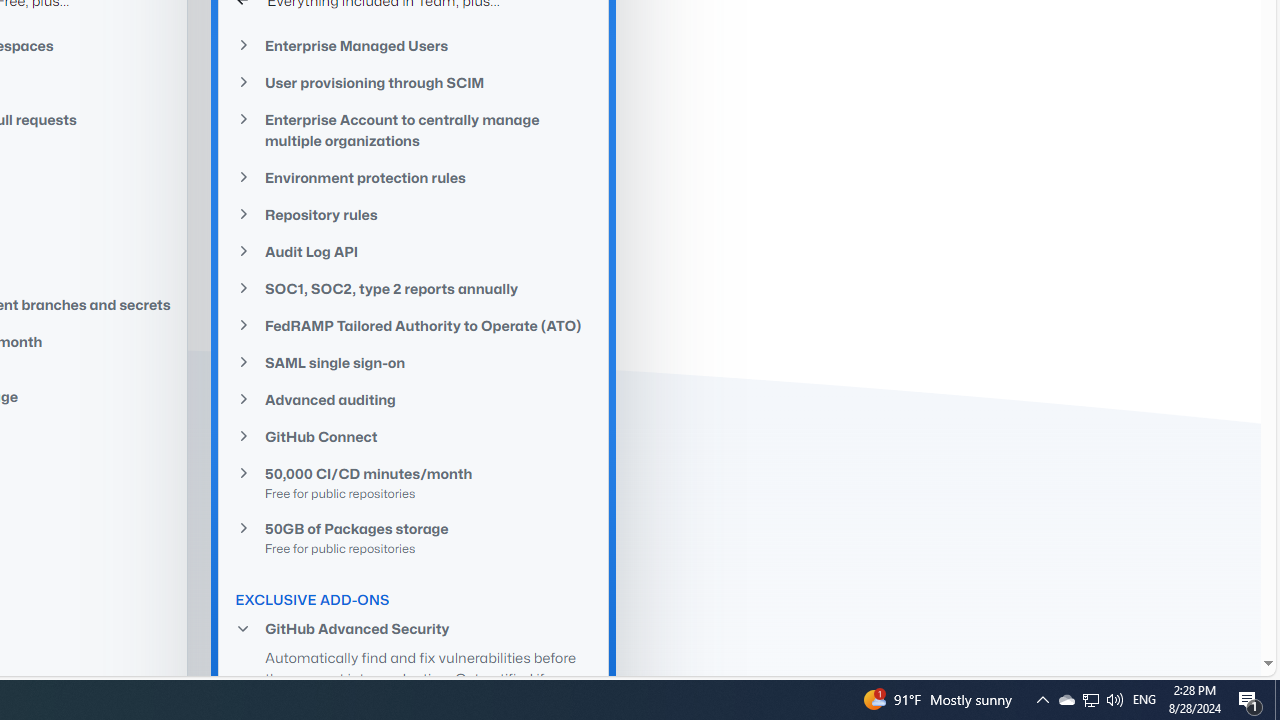  What do you see at coordinates (413, 250) in the screenshot?
I see `'Audit Log API'` at bounding box center [413, 250].